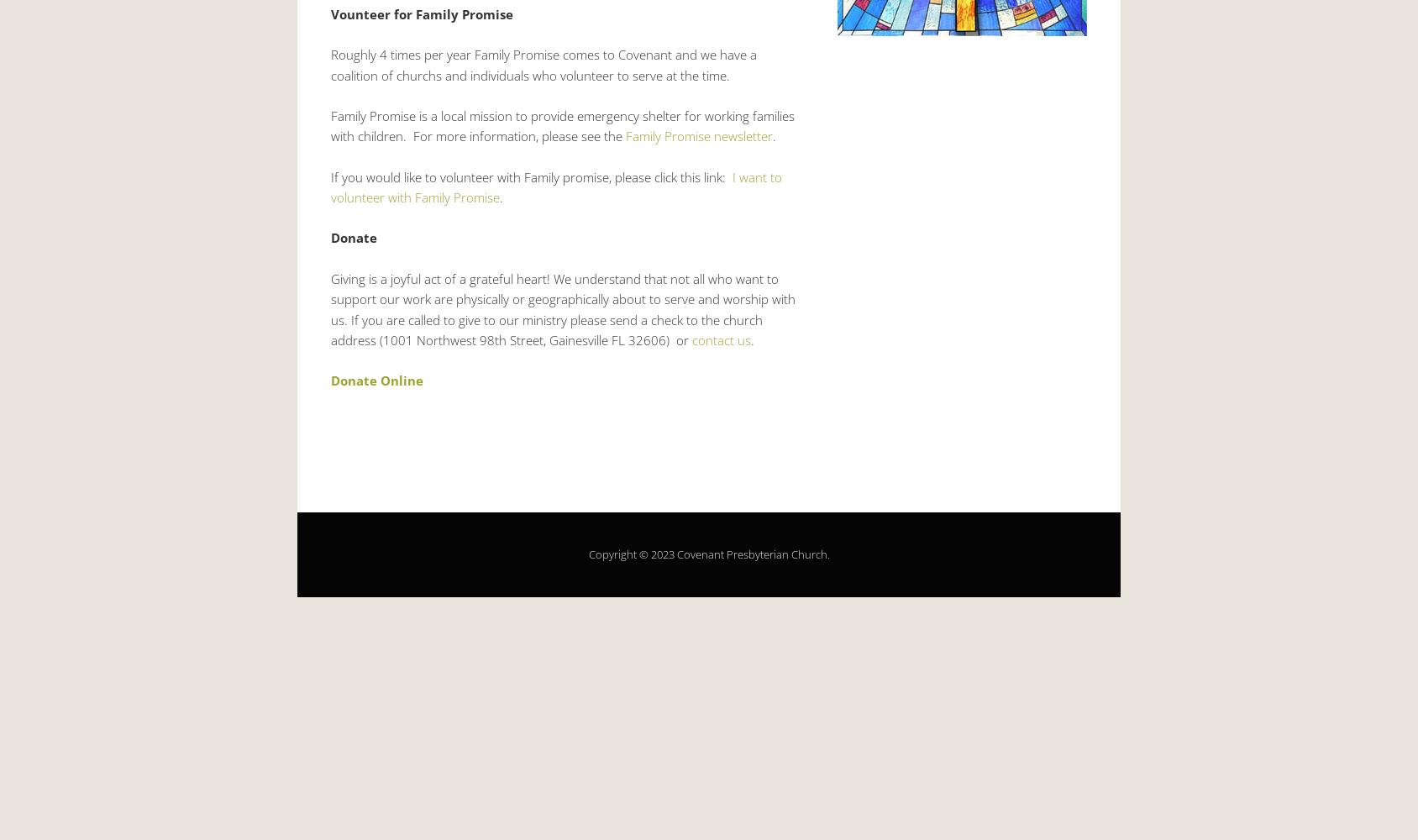  Describe the element at coordinates (532, 176) in the screenshot. I see `'If you would like to volunteer with Family promise, please click this link:'` at that location.